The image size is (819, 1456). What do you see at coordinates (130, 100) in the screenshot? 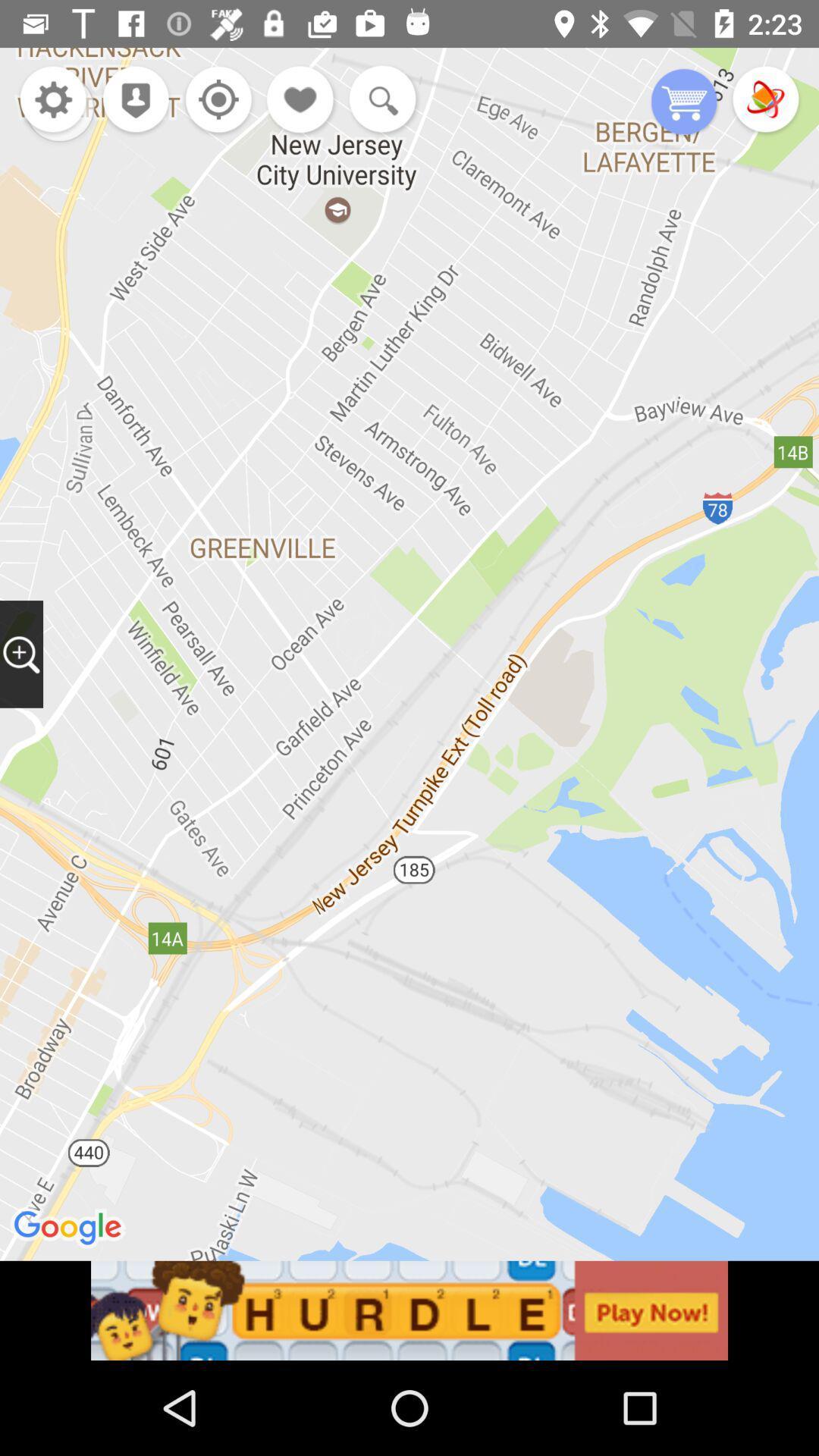
I see `the location icon` at bounding box center [130, 100].